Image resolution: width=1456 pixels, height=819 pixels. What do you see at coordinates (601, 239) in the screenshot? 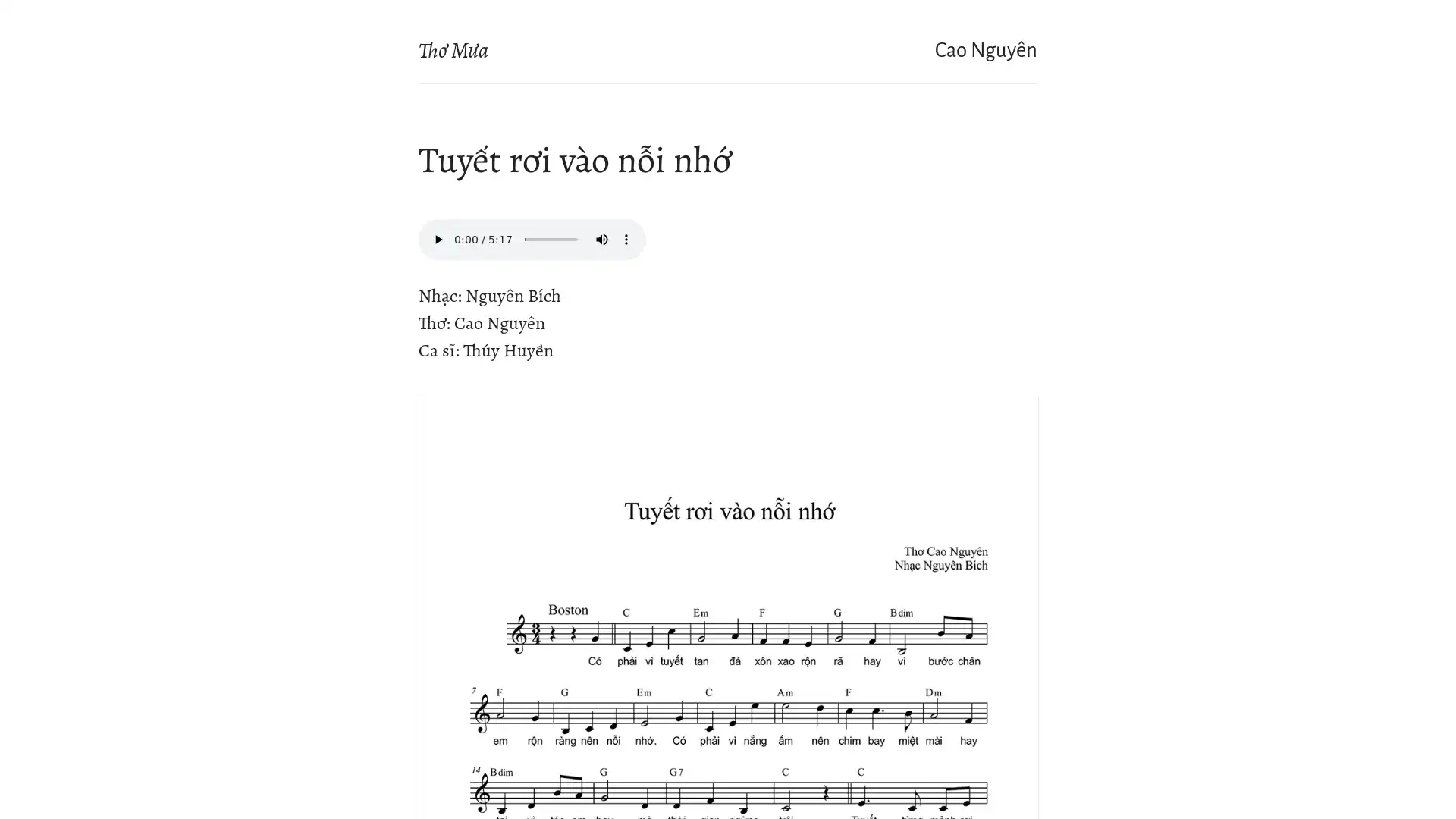
I see `mute` at bounding box center [601, 239].